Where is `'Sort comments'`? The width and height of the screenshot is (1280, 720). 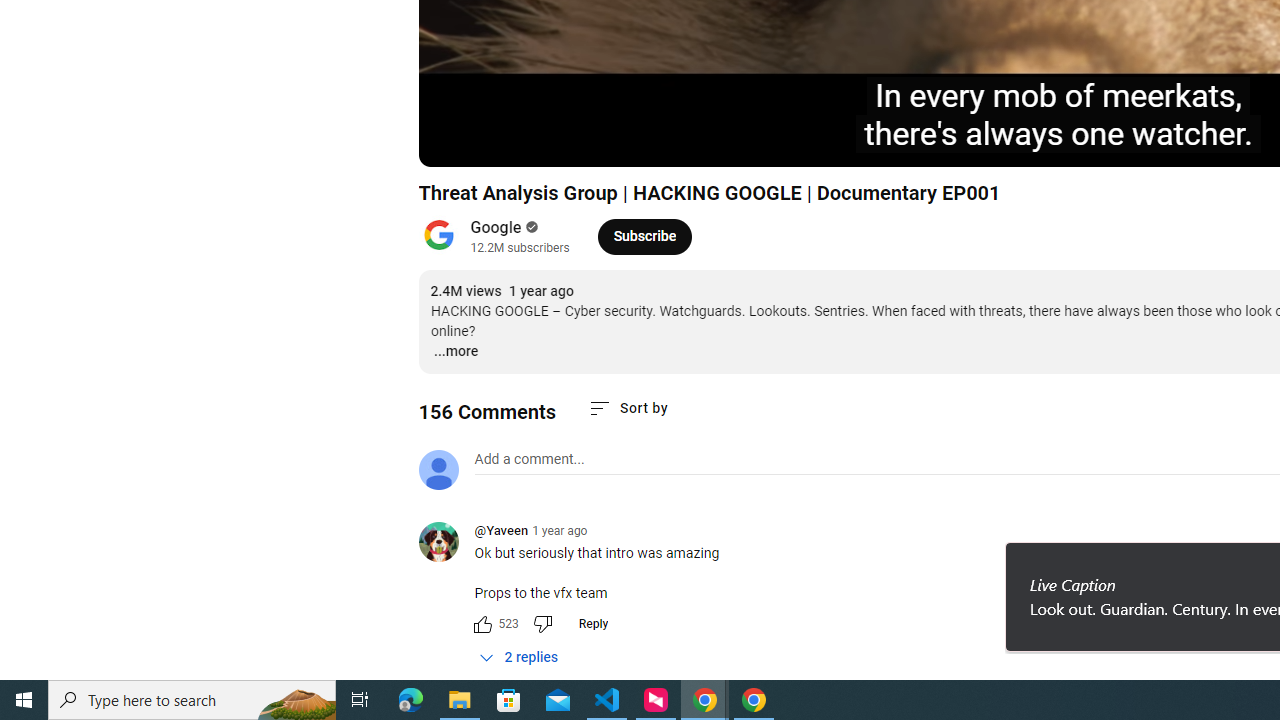
'Sort comments' is located at coordinates (626, 407).